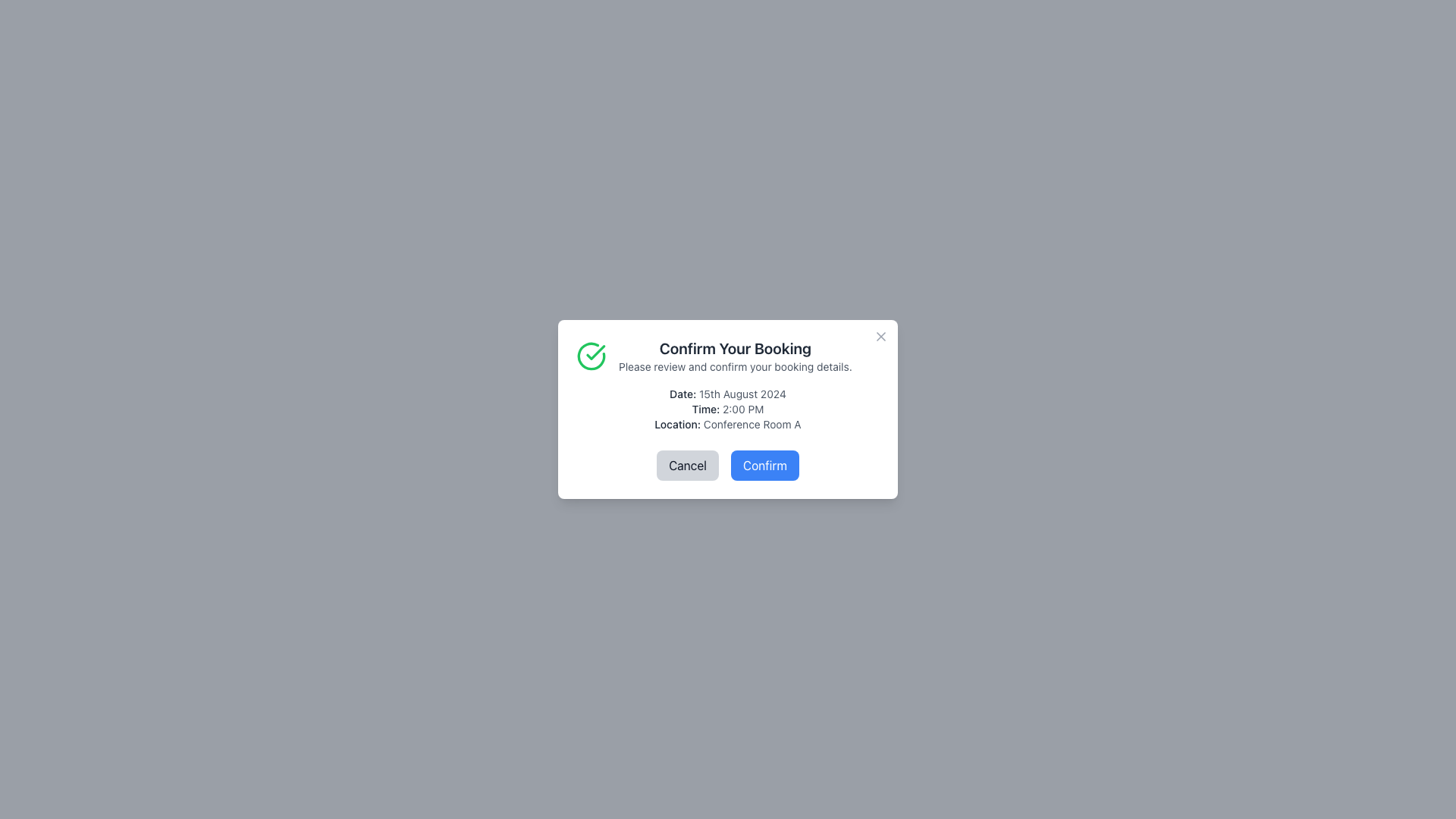 The height and width of the screenshot is (819, 1456). What do you see at coordinates (764, 464) in the screenshot?
I see `the confirmation button located in the lower-right corner of the modal dialog box to confirm the action` at bounding box center [764, 464].